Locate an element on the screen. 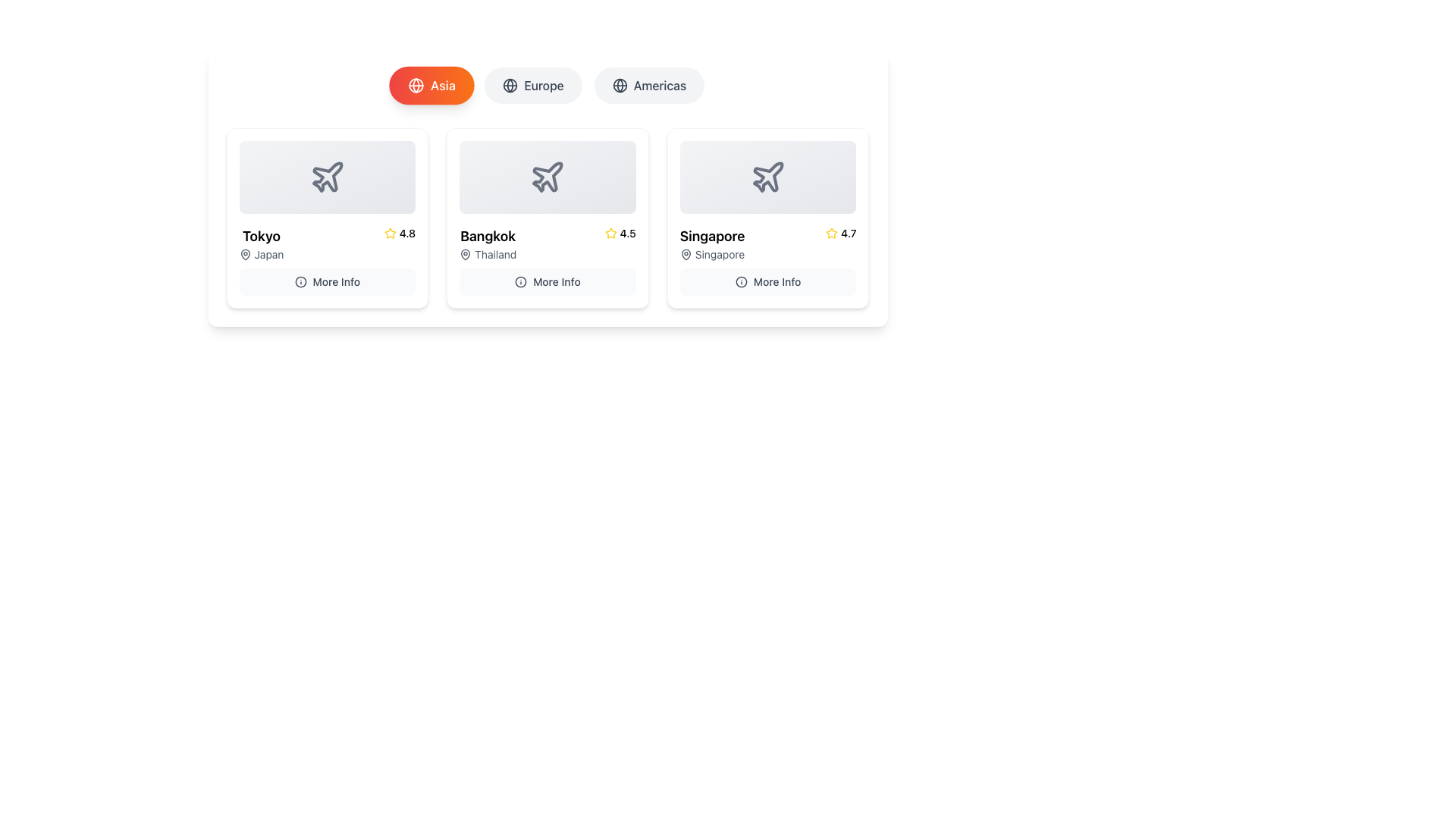  the 'More Info' button located at the bottom-right corner of the third card in the series is located at coordinates (768, 281).